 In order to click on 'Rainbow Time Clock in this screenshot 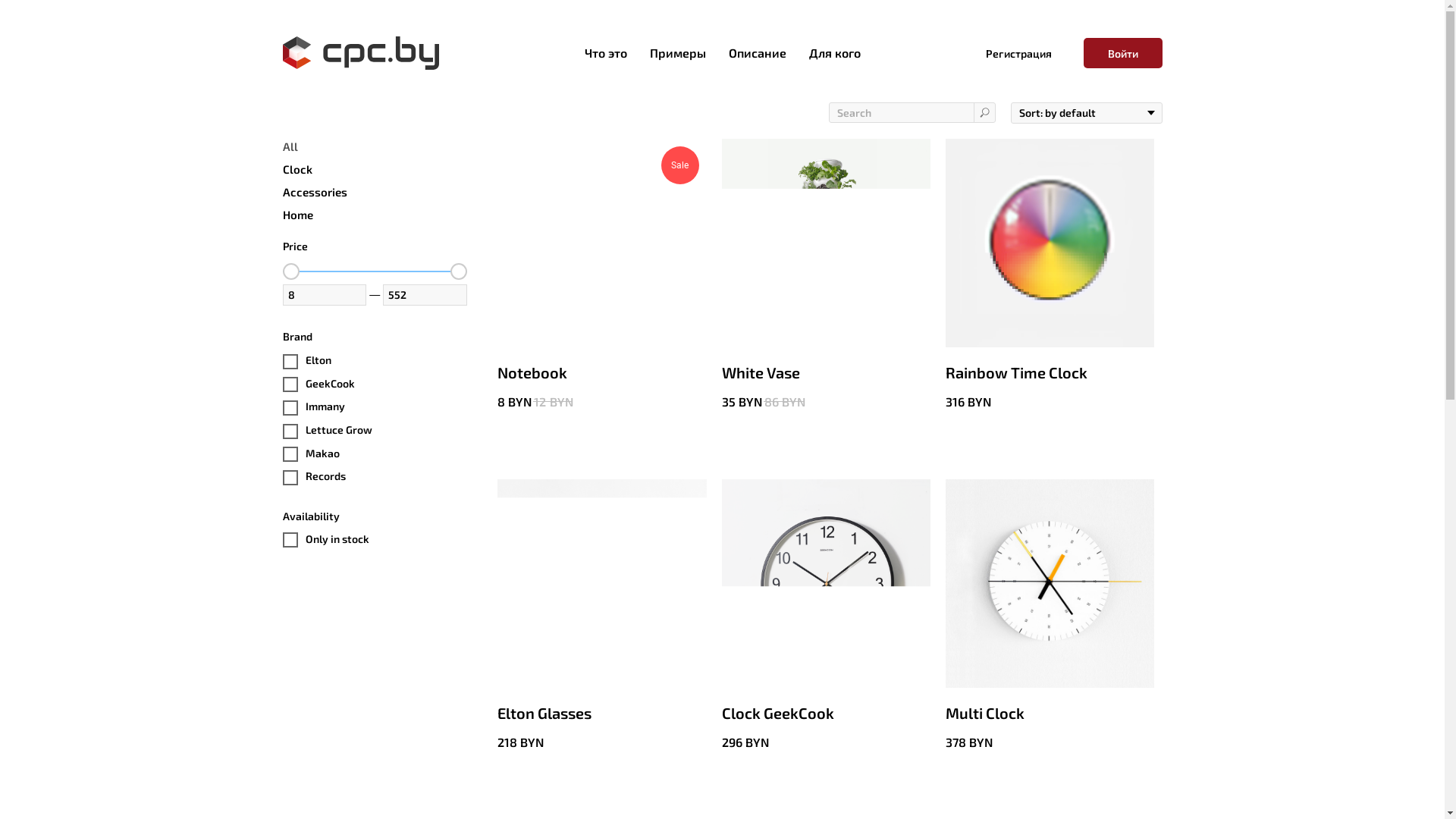, I will do `click(1049, 275)`.